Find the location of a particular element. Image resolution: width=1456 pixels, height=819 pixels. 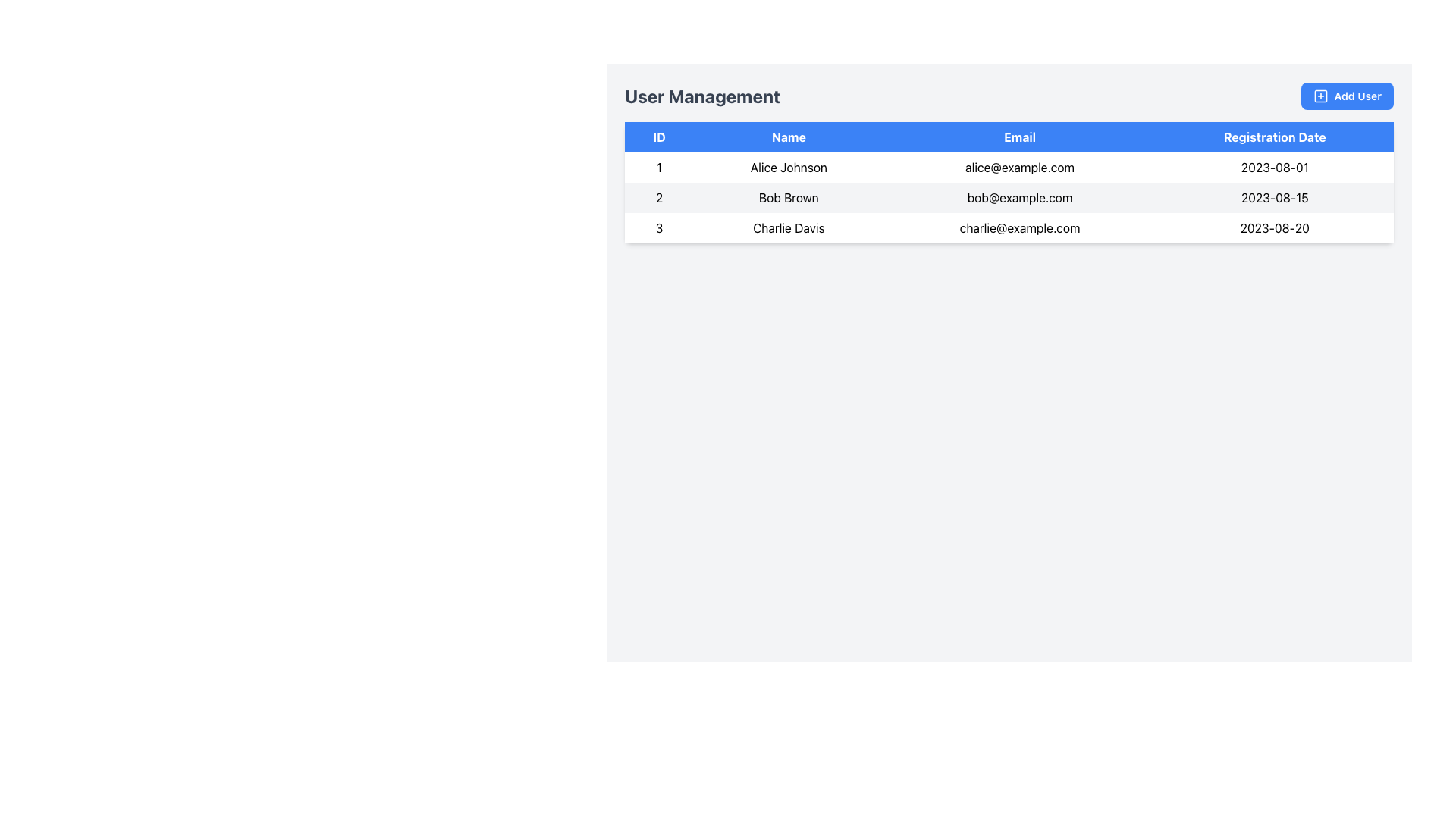

the text label displaying the email 'bob@example.com', which is located in the third column under the 'Email' heading in the tabular structure is located at coordinates (1020, 197).